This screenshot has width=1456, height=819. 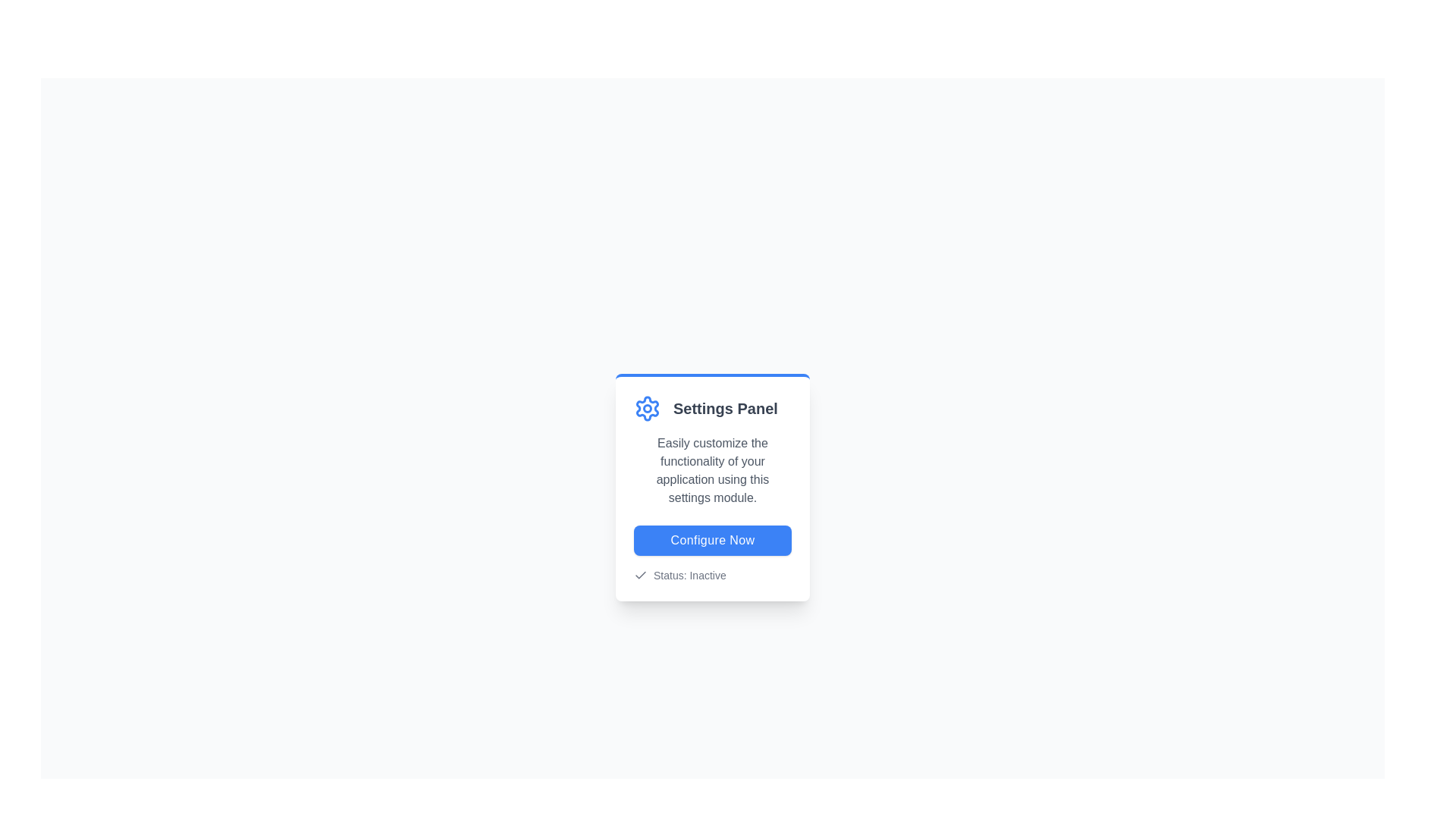 I want to click on the 'Settings Panel' text label, which is styled in a bold, large font and is part of a card-like UI component, positioned to the right of a gear-shaped icon, so click(x=724, y=408).